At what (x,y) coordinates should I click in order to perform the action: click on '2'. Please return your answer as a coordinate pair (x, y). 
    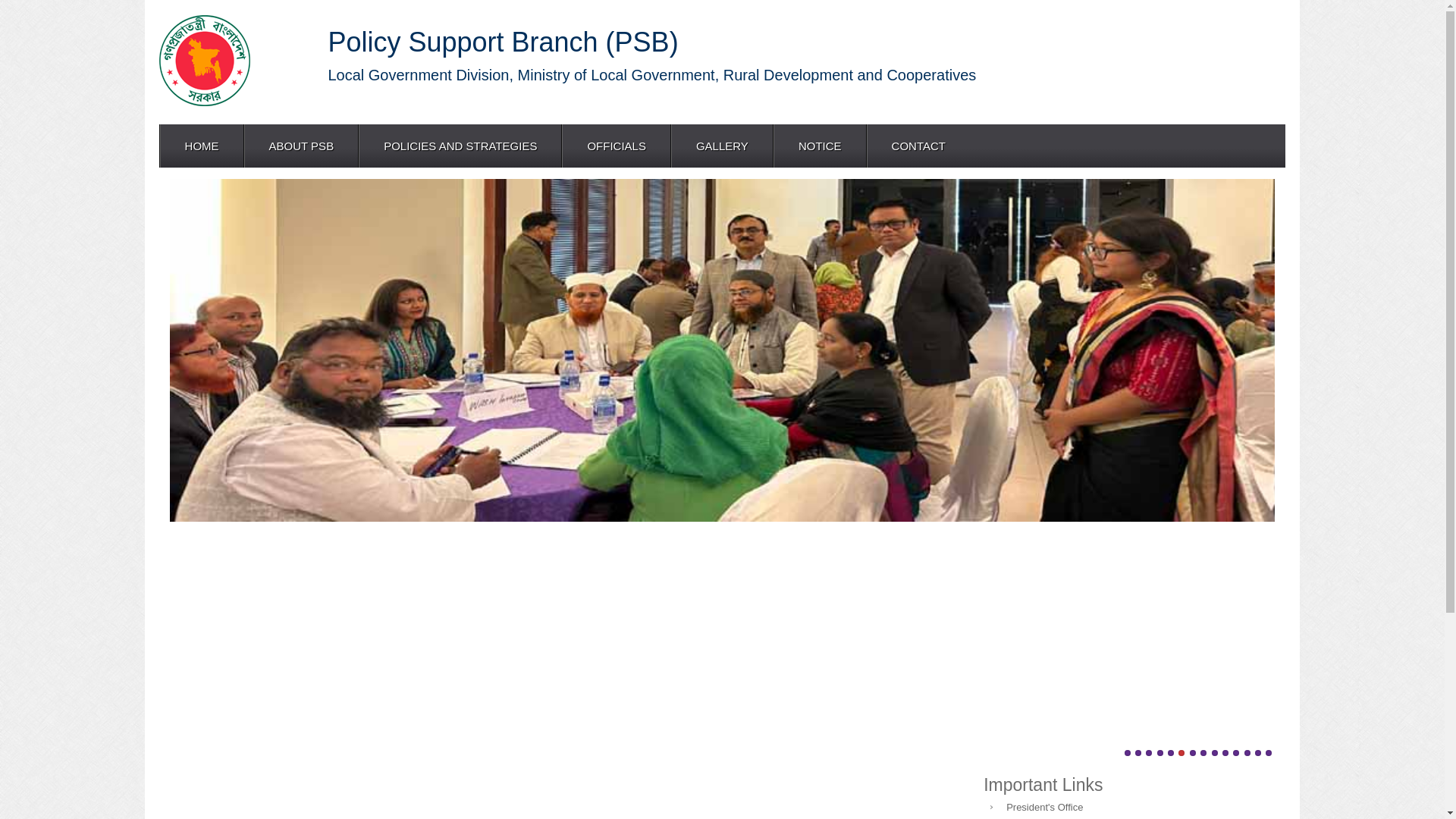
    Looking at the image, I should click on (1138, 752).